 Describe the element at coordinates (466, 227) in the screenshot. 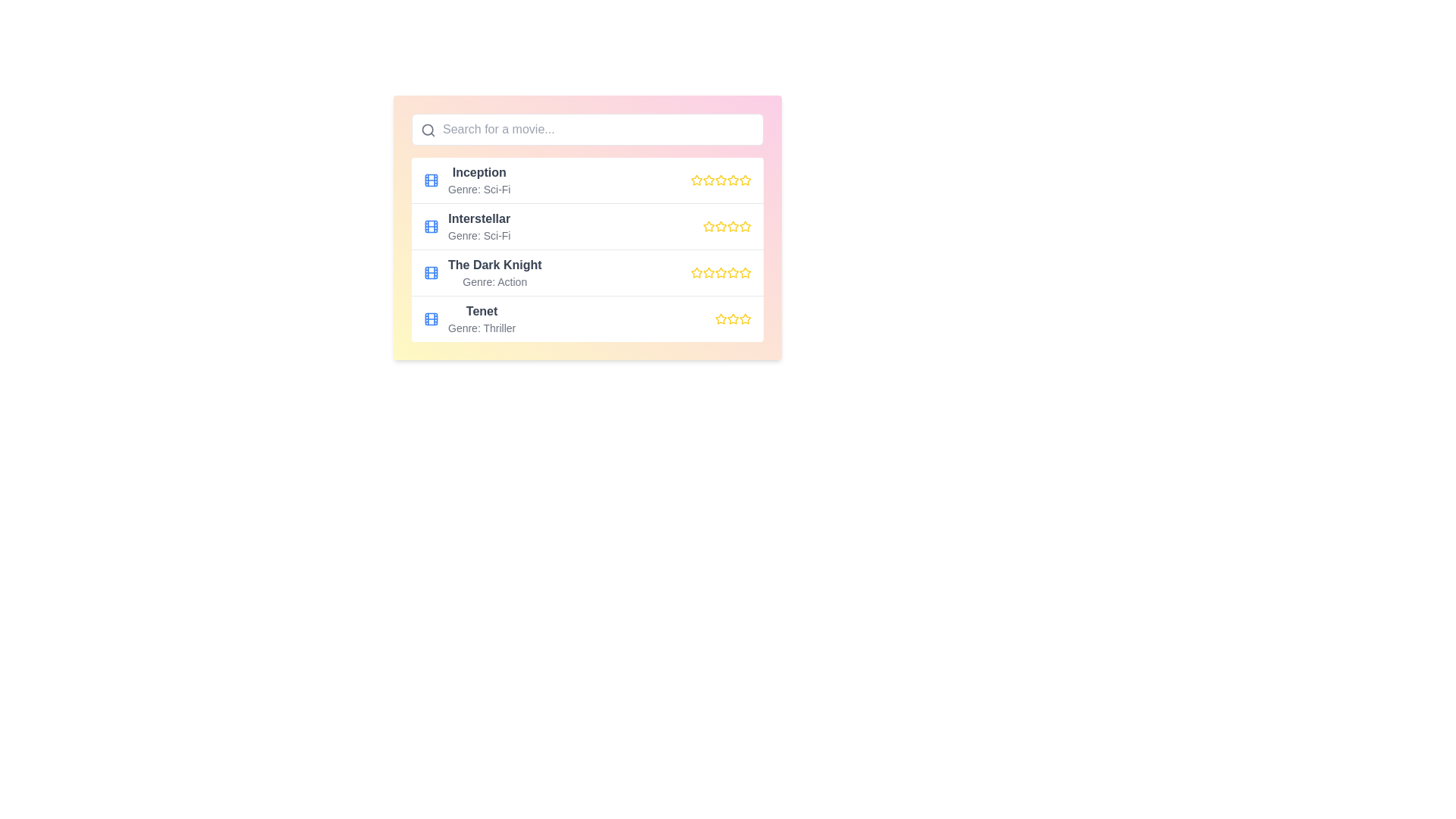

I see `the List Item displaying the movie title 'Interstellar' with its genre 'Genre: Sci-Fi' and a blue film icon, which is the second item in the vertical list of movie titles` at that location.